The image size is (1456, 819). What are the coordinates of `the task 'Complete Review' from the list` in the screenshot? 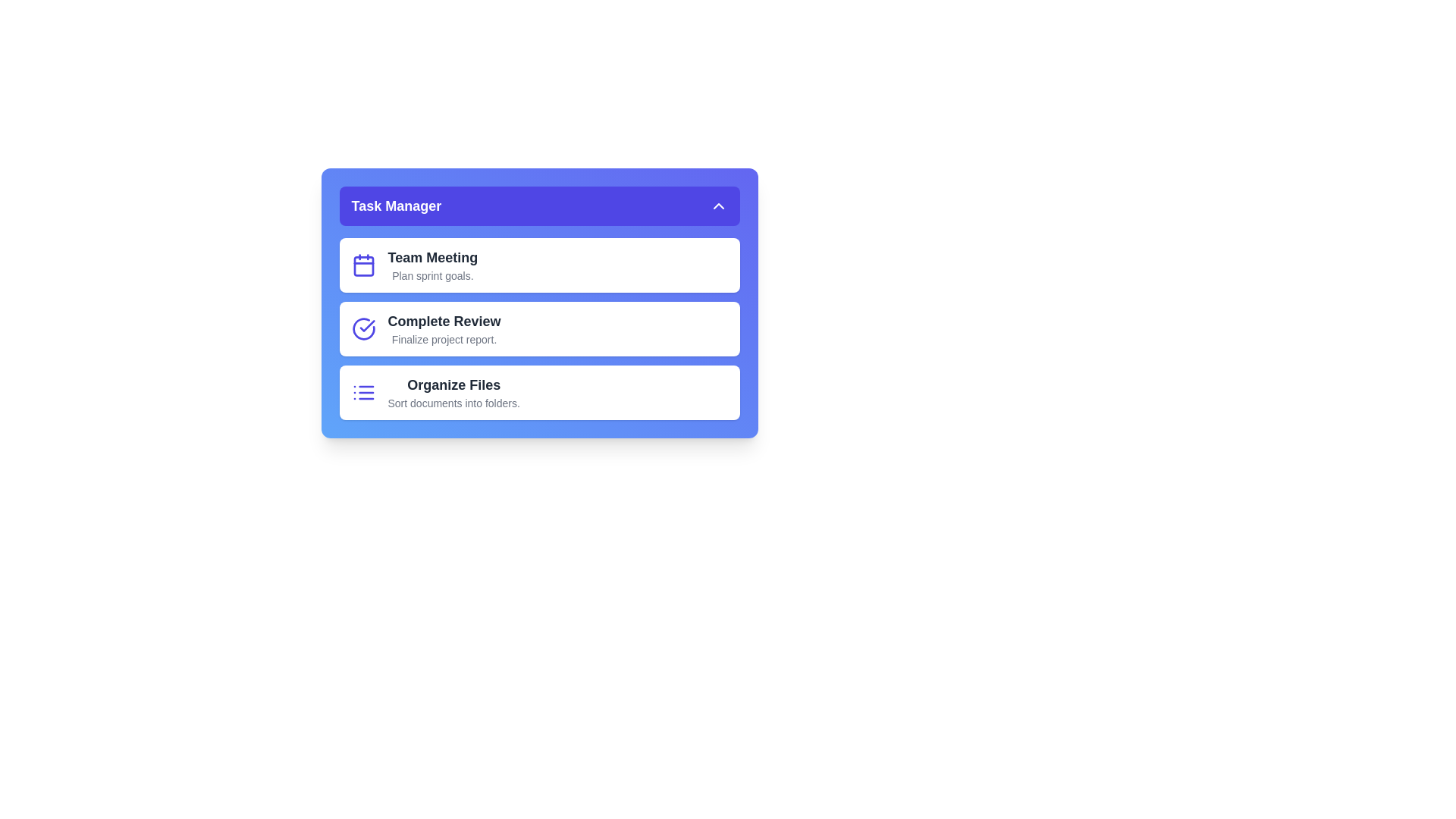 It's located at (539, 328).